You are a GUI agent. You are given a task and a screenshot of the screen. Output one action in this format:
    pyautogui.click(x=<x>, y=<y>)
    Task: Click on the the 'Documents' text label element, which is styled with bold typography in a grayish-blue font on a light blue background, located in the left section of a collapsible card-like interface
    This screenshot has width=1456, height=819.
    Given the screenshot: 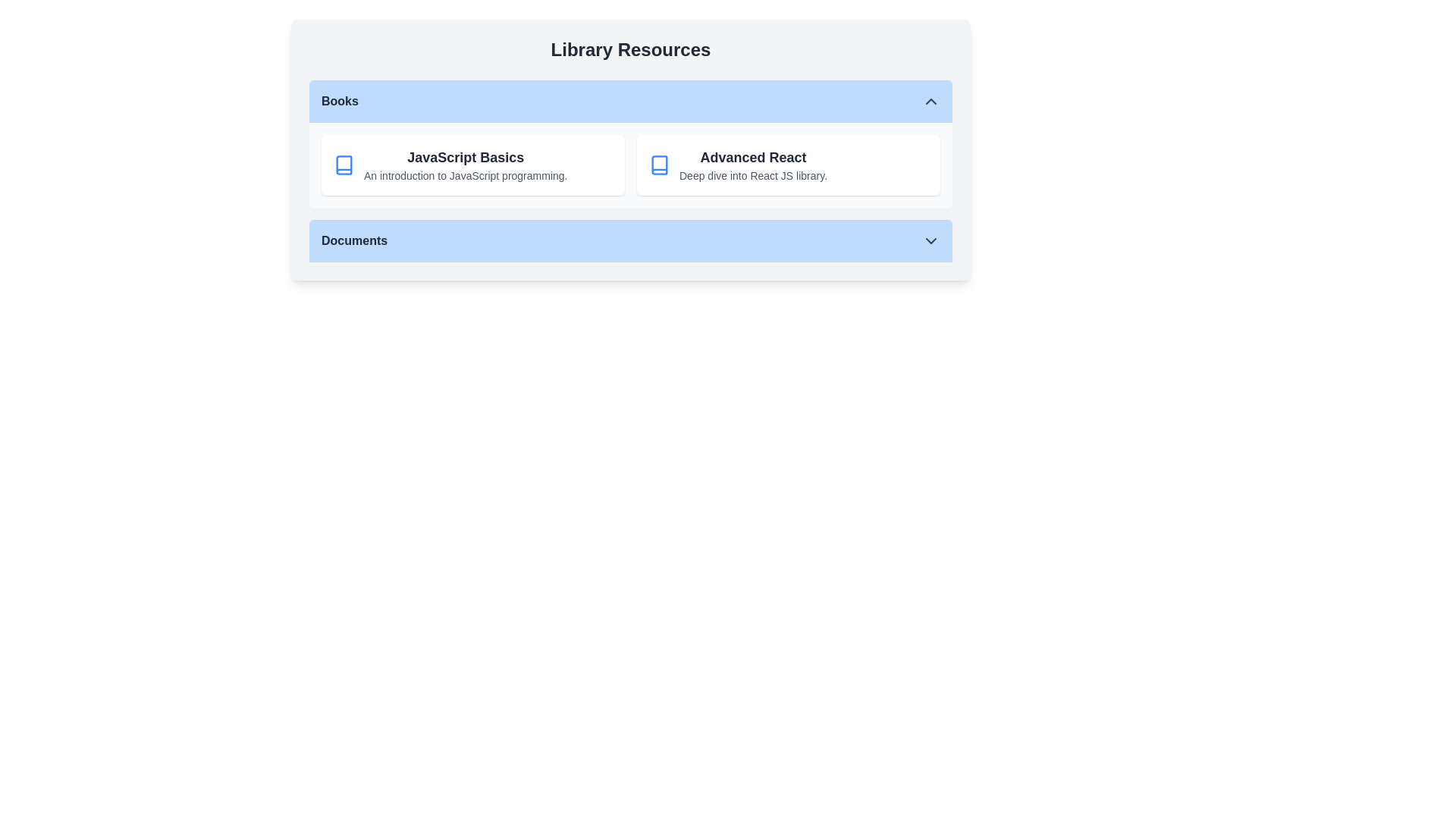 What is the action you would take?
    pyautogui.click(x=353, y=240)
    